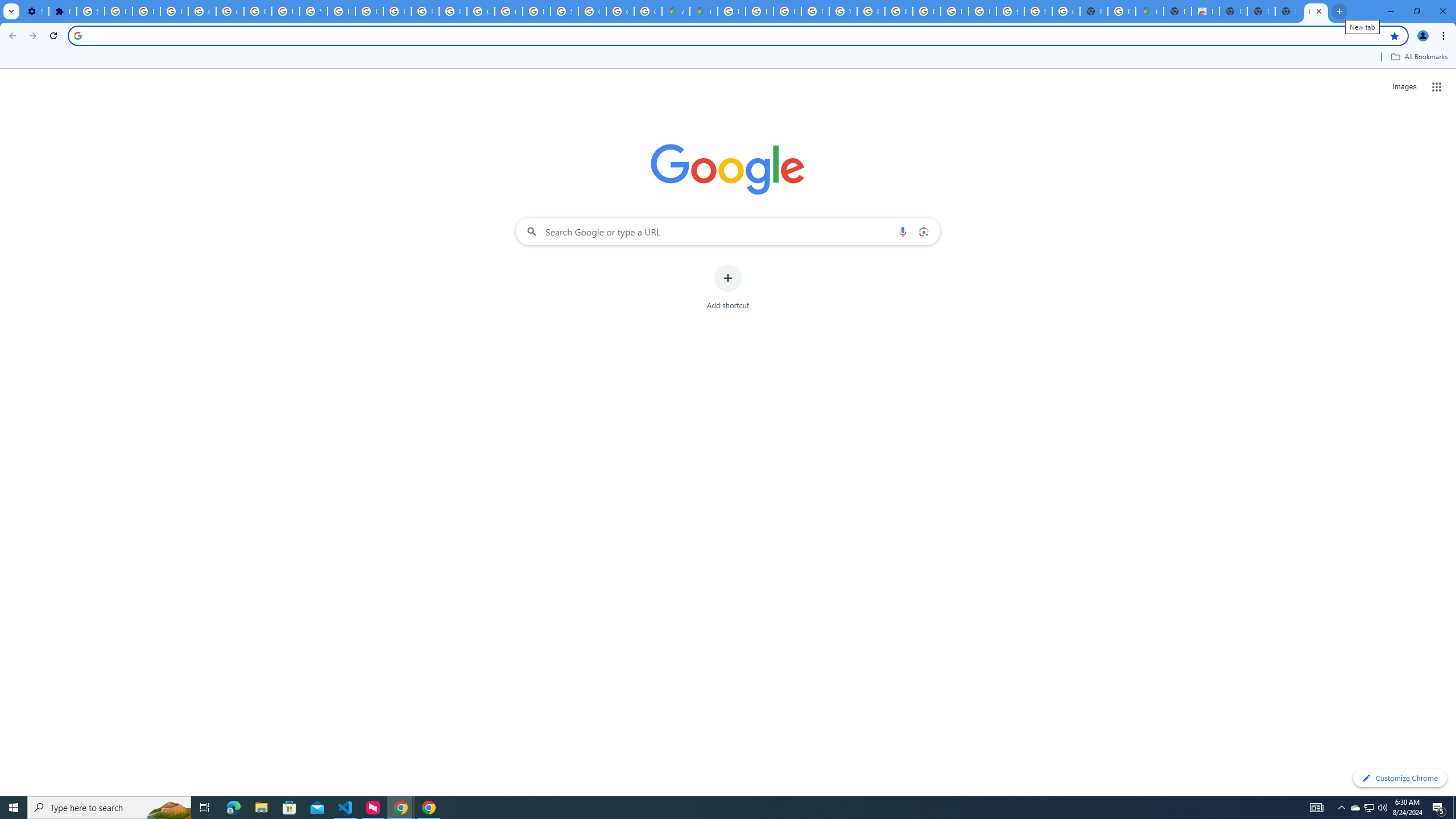 The image size is (1456, 819). Describe the element at coordinates (1418, 56) in the screenshot. I see `'All Bookmarks'` at that location.